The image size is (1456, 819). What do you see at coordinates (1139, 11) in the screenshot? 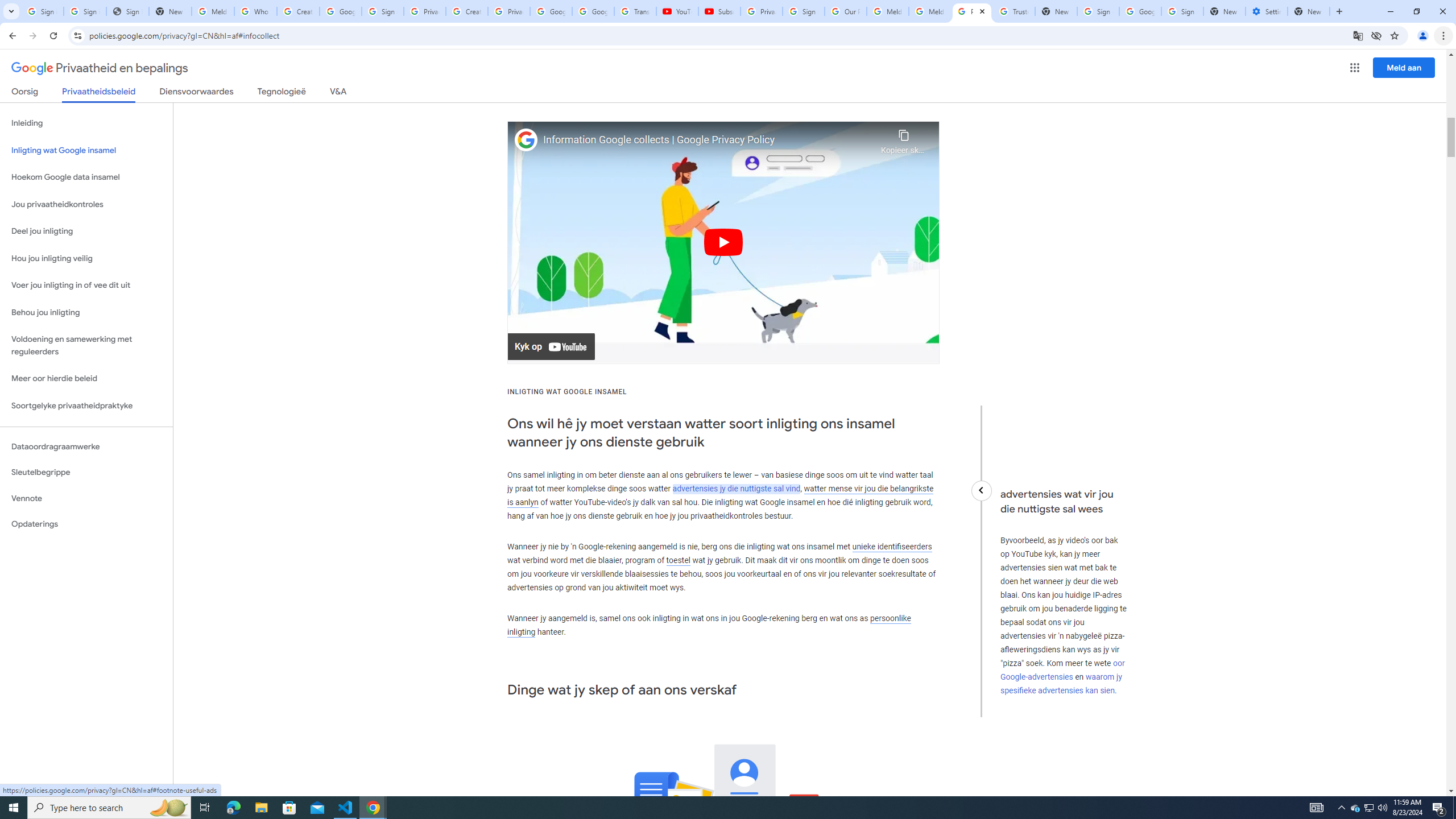
I see `'Google Cybersecurity Innovations - Google Safety Center'` at bounding box center [1139, 11].